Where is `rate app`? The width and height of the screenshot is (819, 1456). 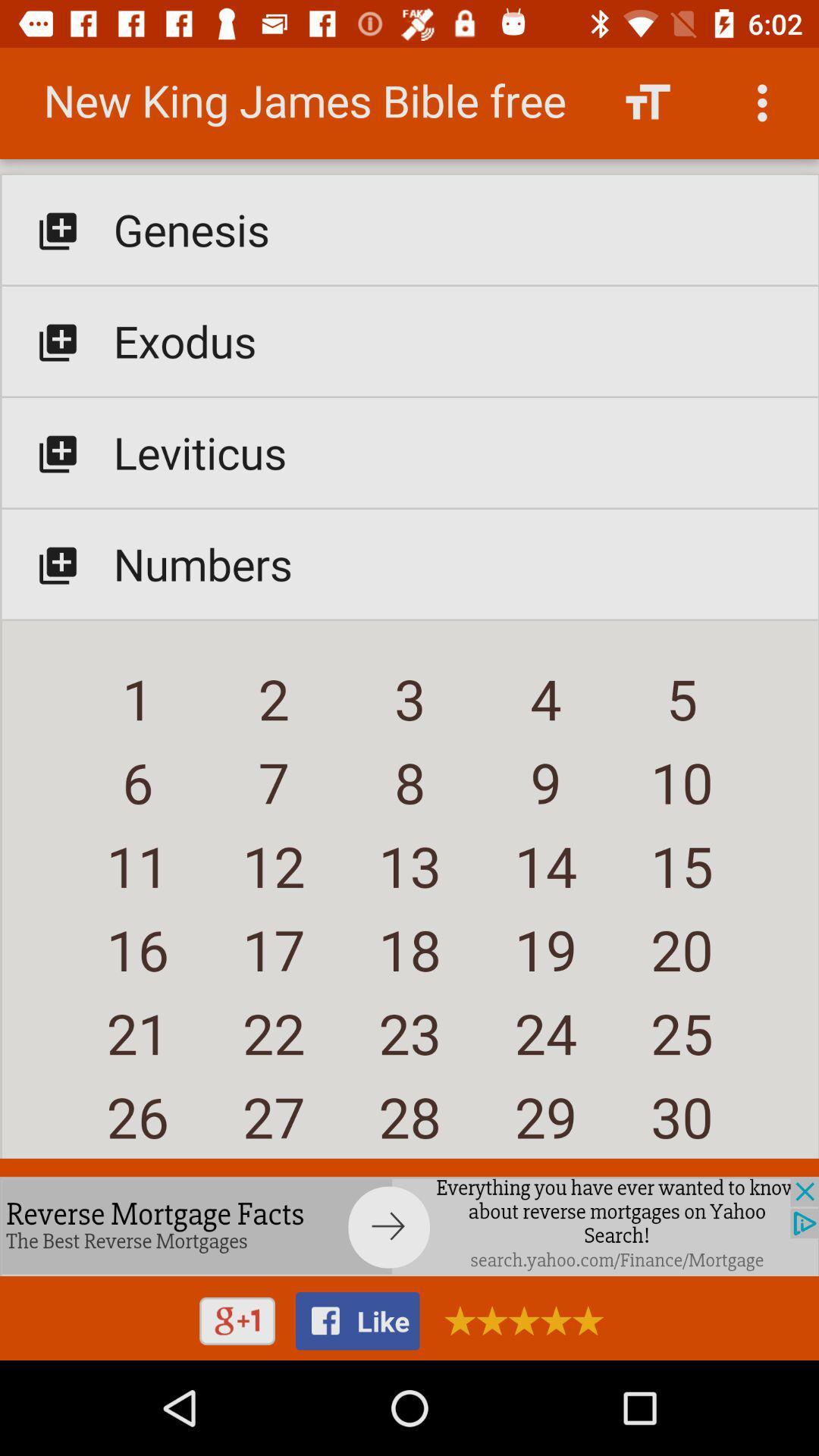
rate app is located at coordinates (518, 1319).